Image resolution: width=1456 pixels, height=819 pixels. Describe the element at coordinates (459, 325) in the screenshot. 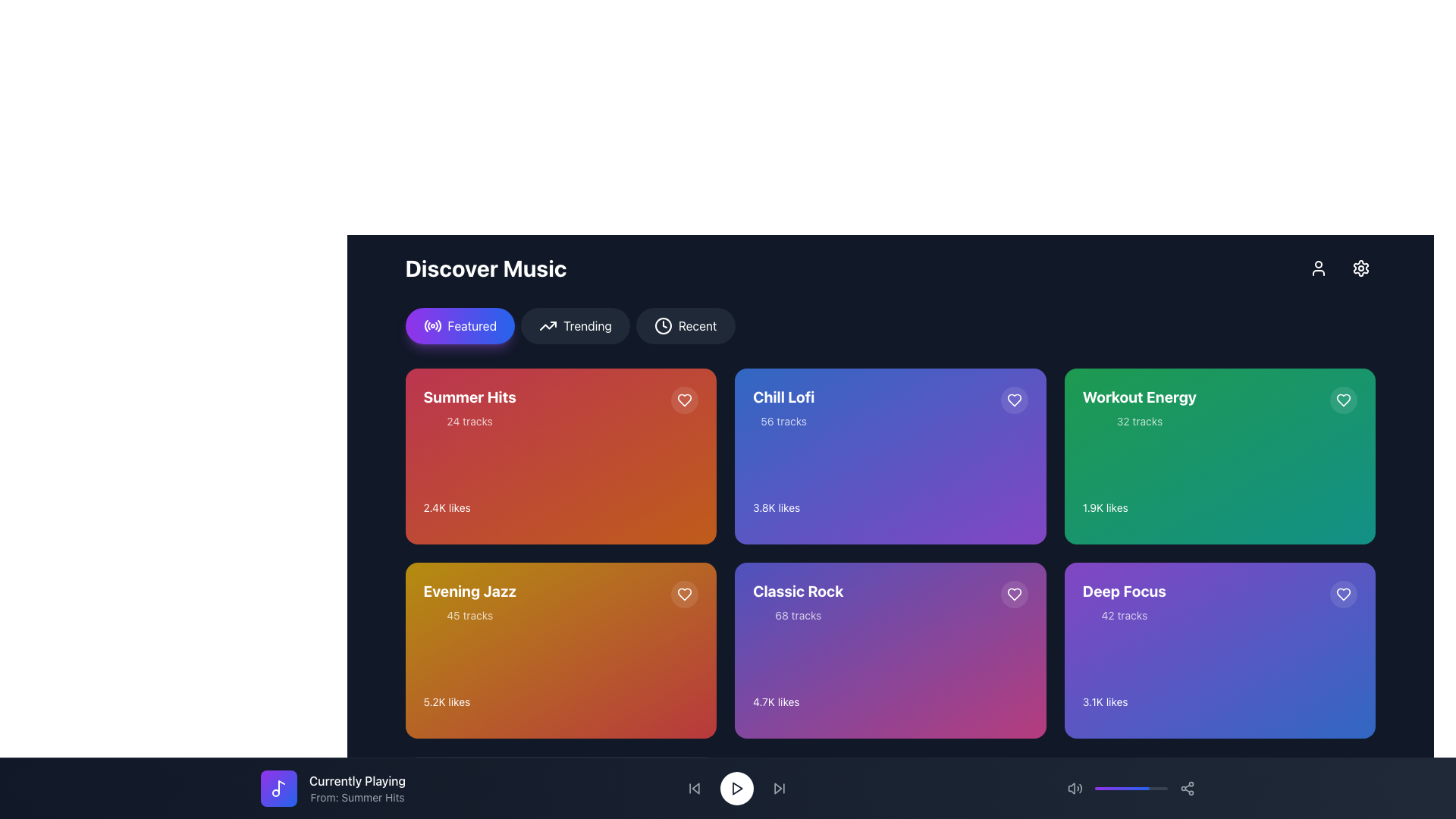

I see `the 'Featured' button with a gradient background and rounded corners for keyboard navigation` at that location.